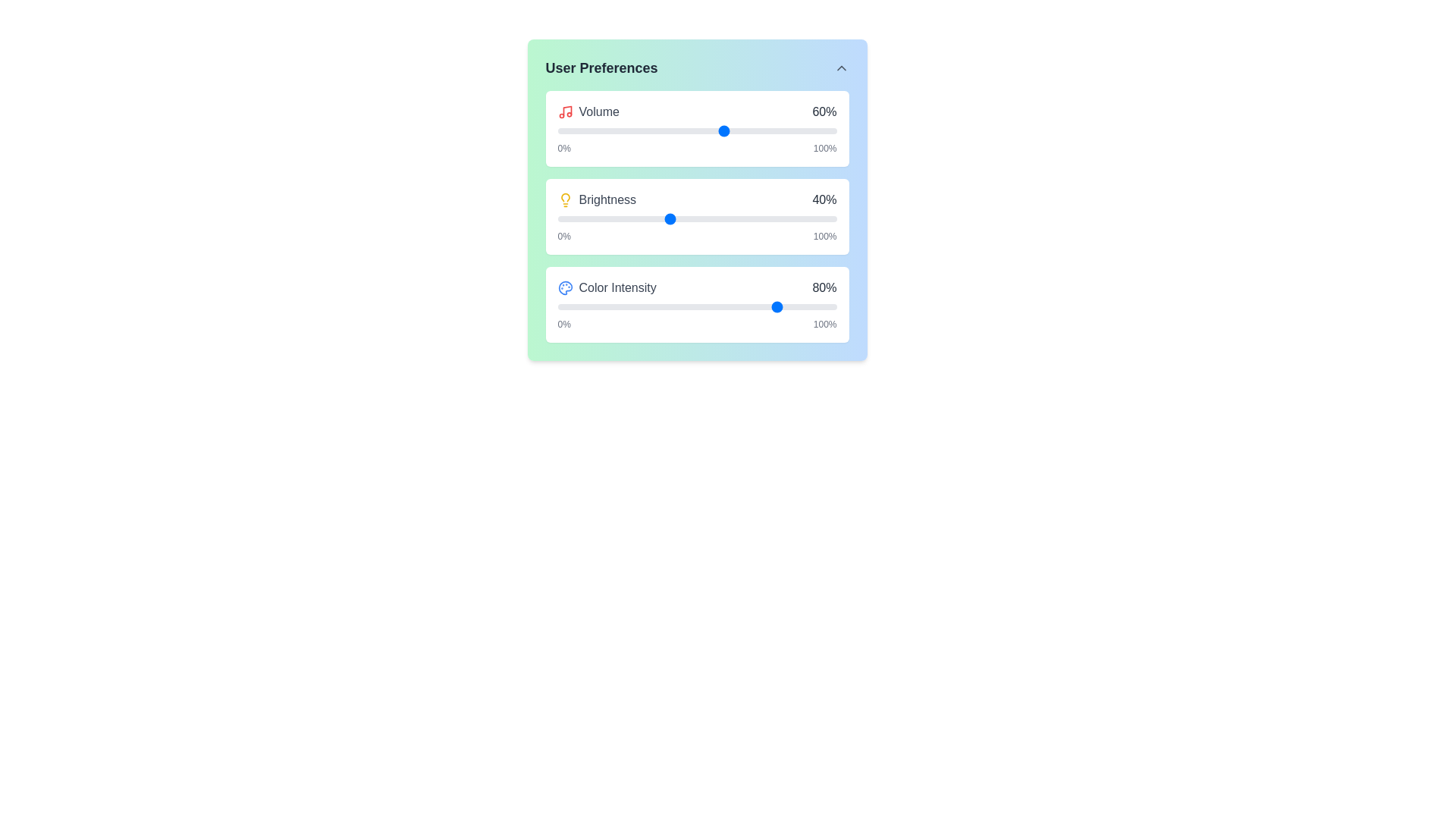 The width and height of the screenshot is (1456, 819). Describe the element at coordinates (685, 130) in the screenshot. I see `the volume` at that location.